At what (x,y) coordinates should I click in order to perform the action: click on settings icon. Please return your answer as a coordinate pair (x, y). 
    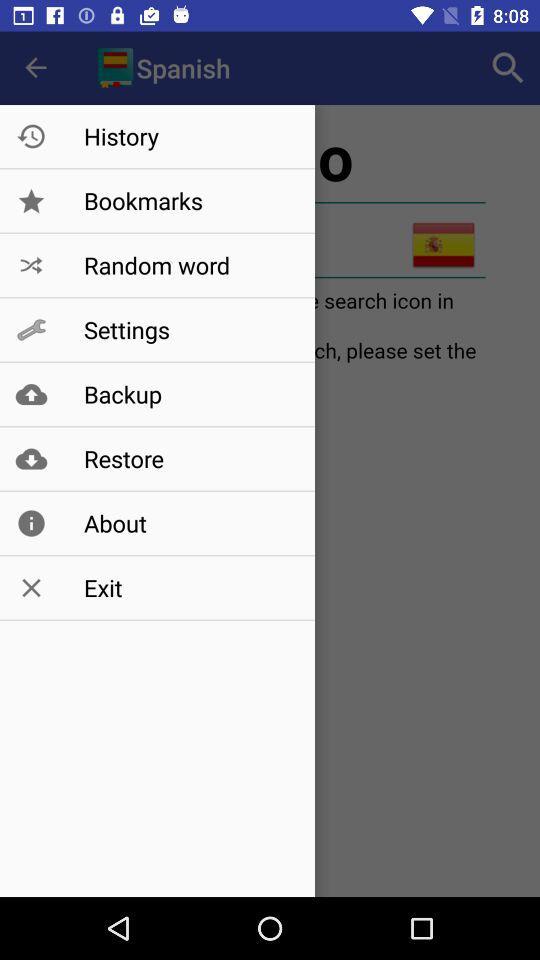
    Looking at the image, I should click on (189, 330).